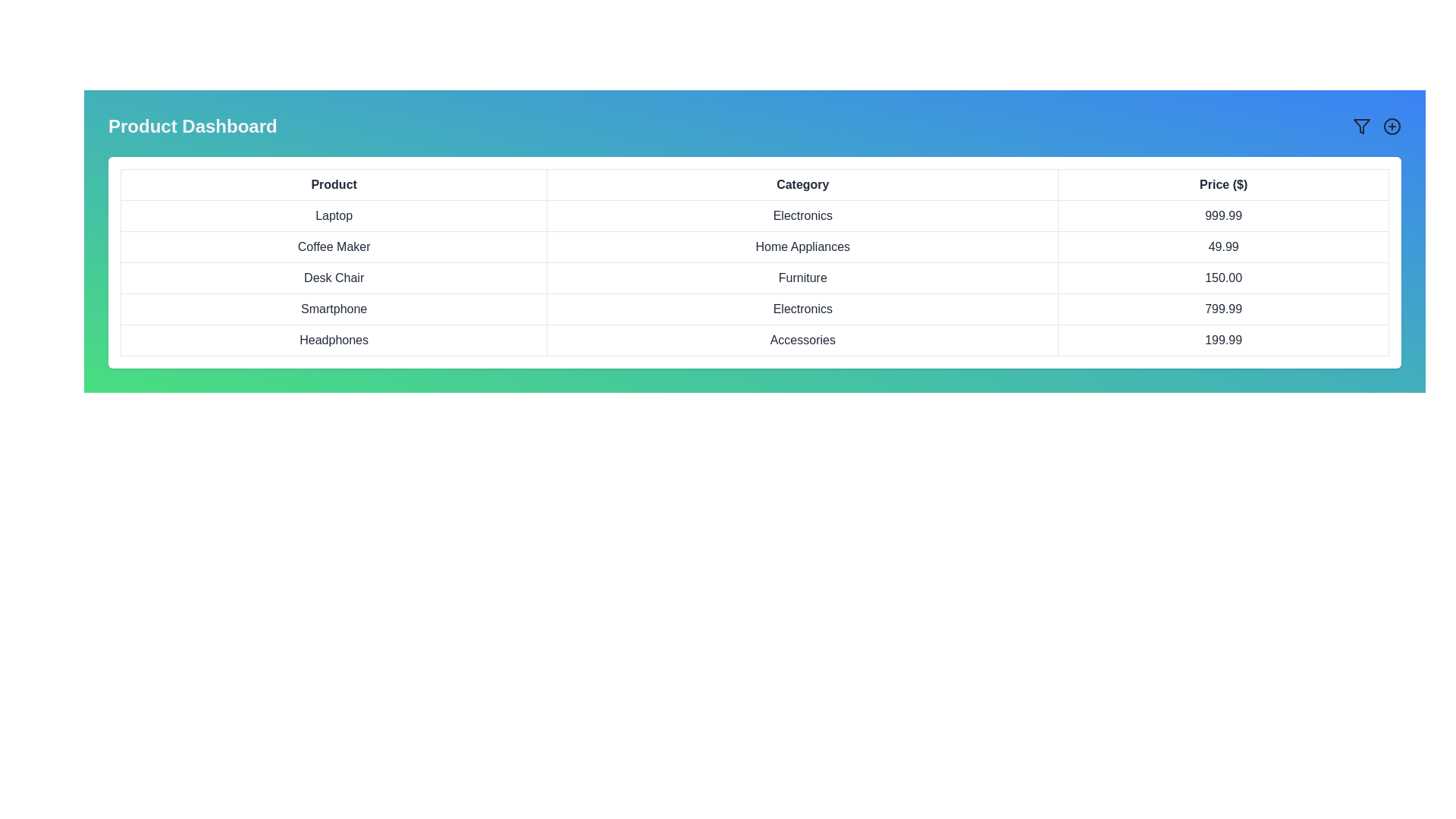 Image resolution: width=1456 pixels, height=819 pixels. What do you see at coordinates (333, 216) in the screenshot?
I see `the static text label for the product name 'Laptop' located in the leftmost column of the table row` at bounding box center [333, 216].